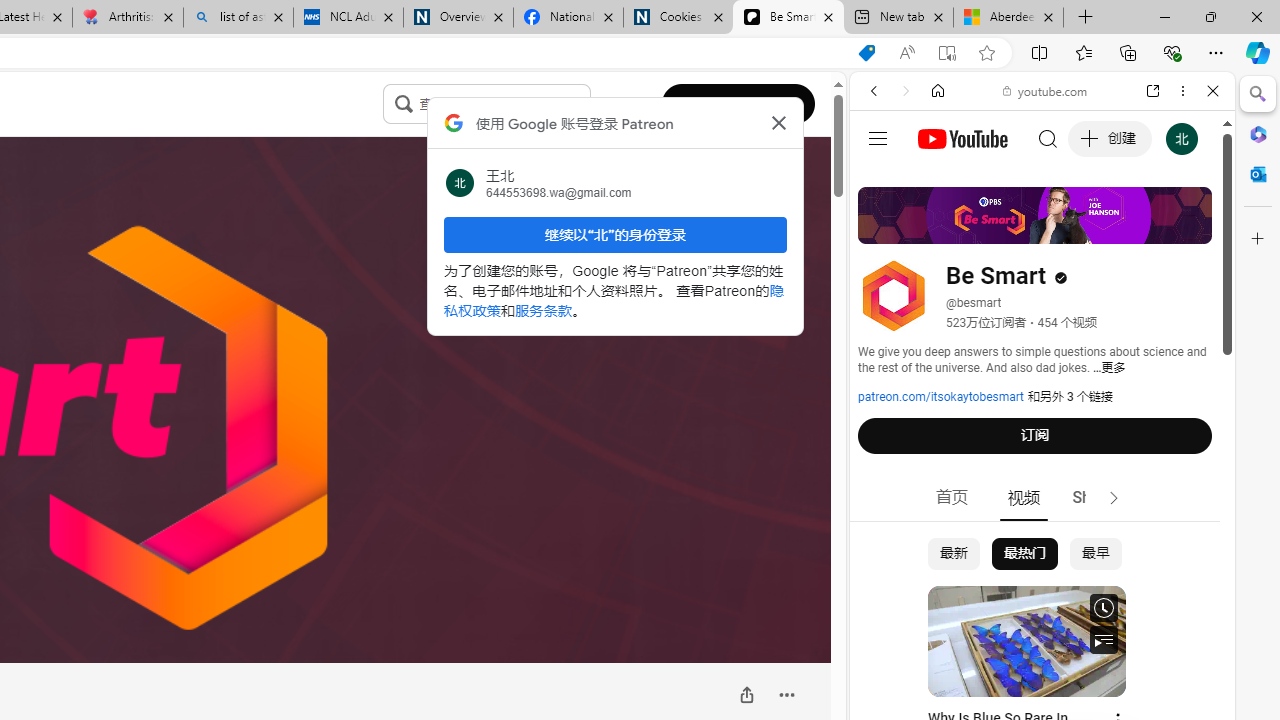 Image resolution: width=1280 pixels, height=720 pixels. Describe the element at coordinates (1113, 497) in the screenshot. I see `'AutomationID: right'` at that location.